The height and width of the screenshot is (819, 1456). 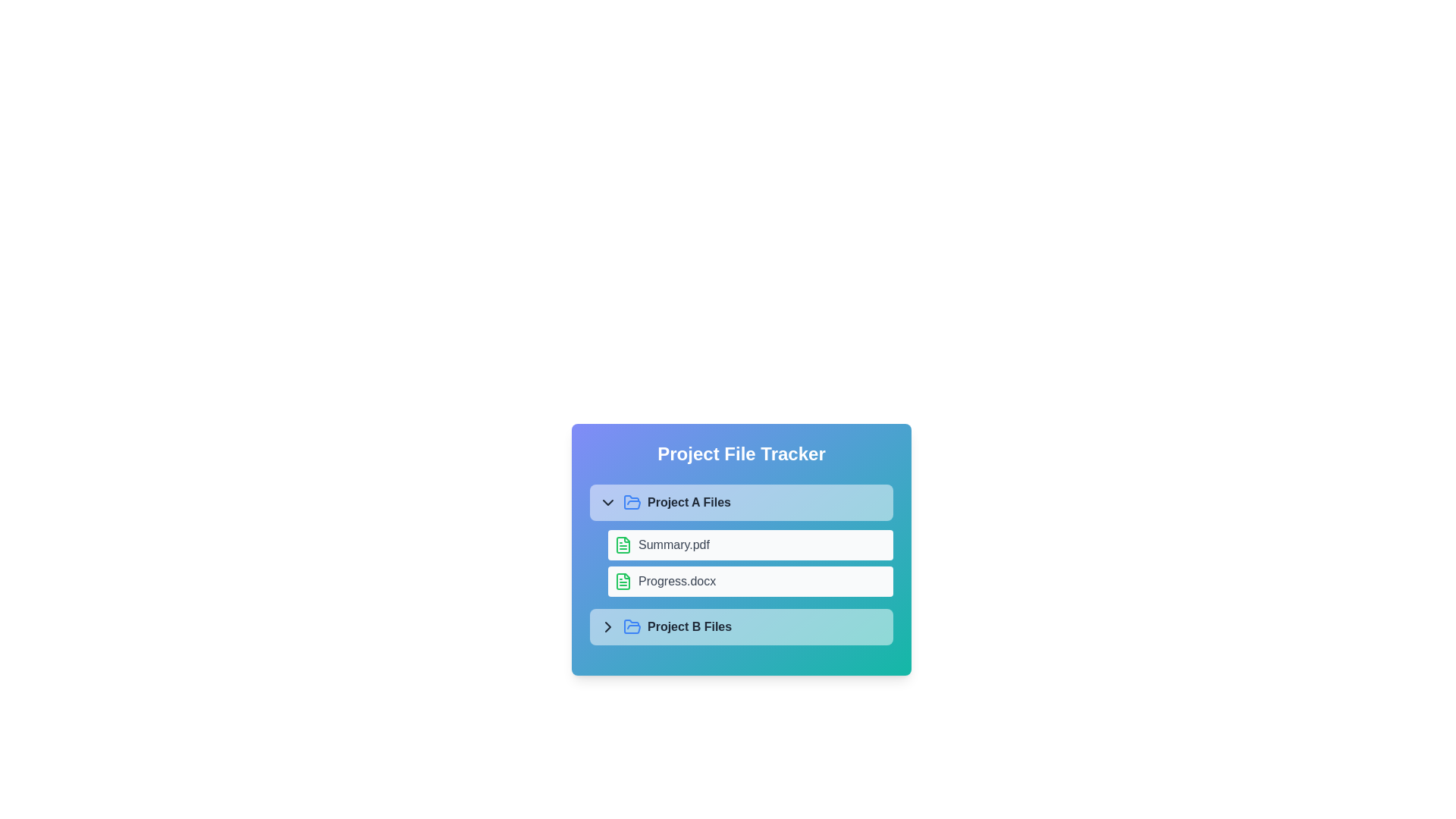 I want to click on the folder icon for Project A Files to toggle its contents, so click(x=632, y=503).